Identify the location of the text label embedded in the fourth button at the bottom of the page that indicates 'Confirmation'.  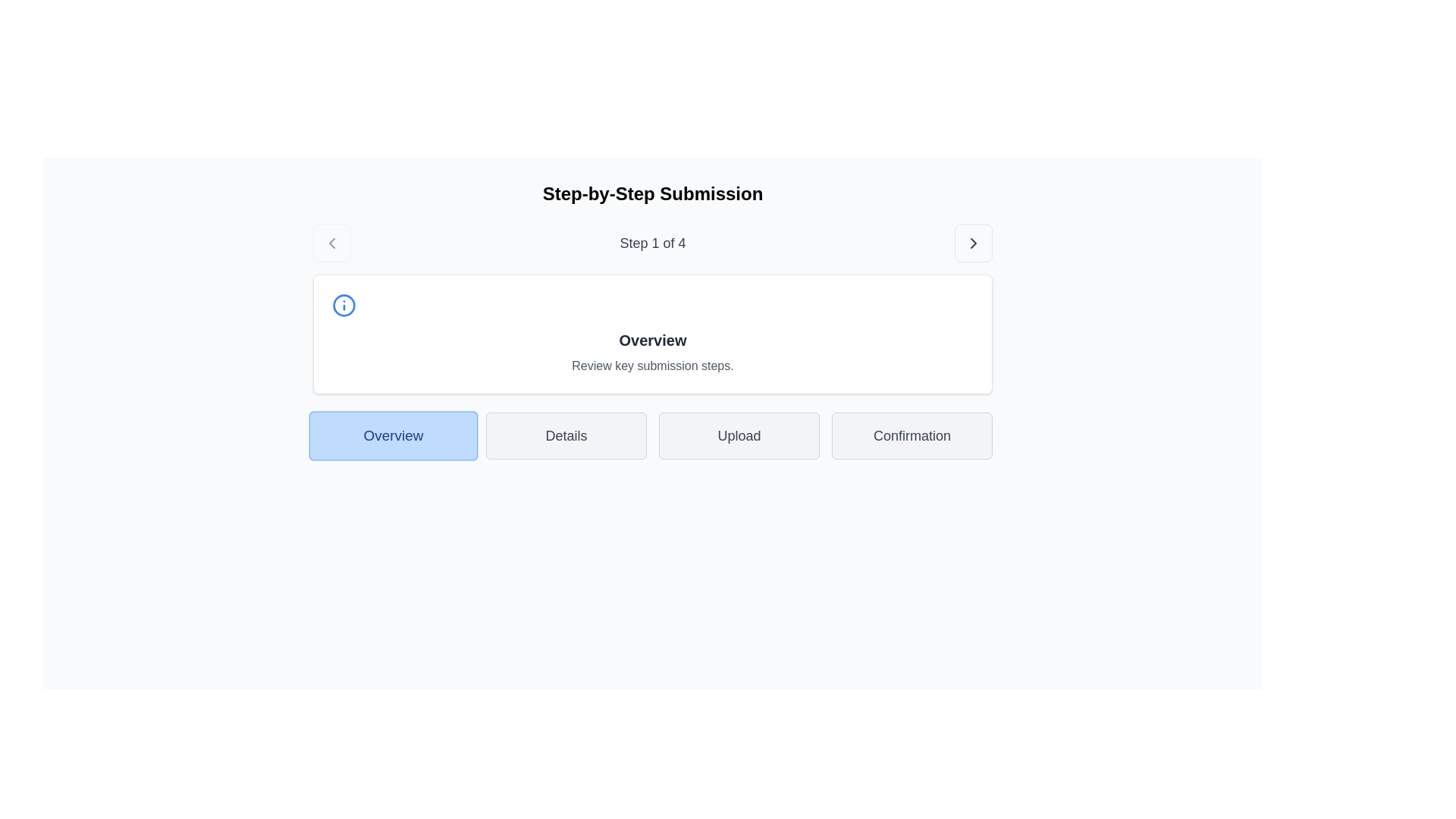
(912, 435).